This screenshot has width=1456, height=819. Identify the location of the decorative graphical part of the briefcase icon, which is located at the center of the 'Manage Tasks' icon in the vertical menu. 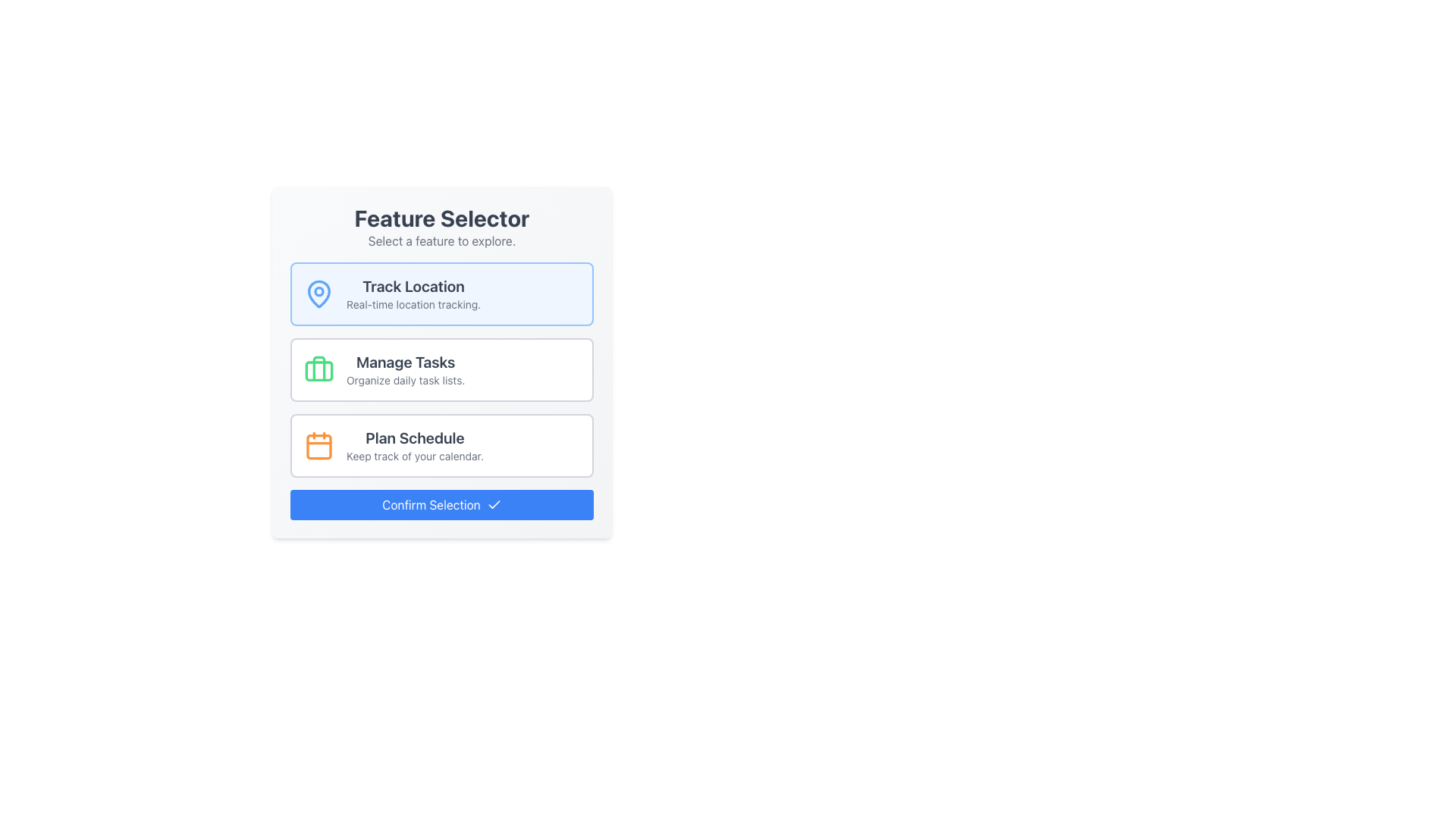
(318, 369).